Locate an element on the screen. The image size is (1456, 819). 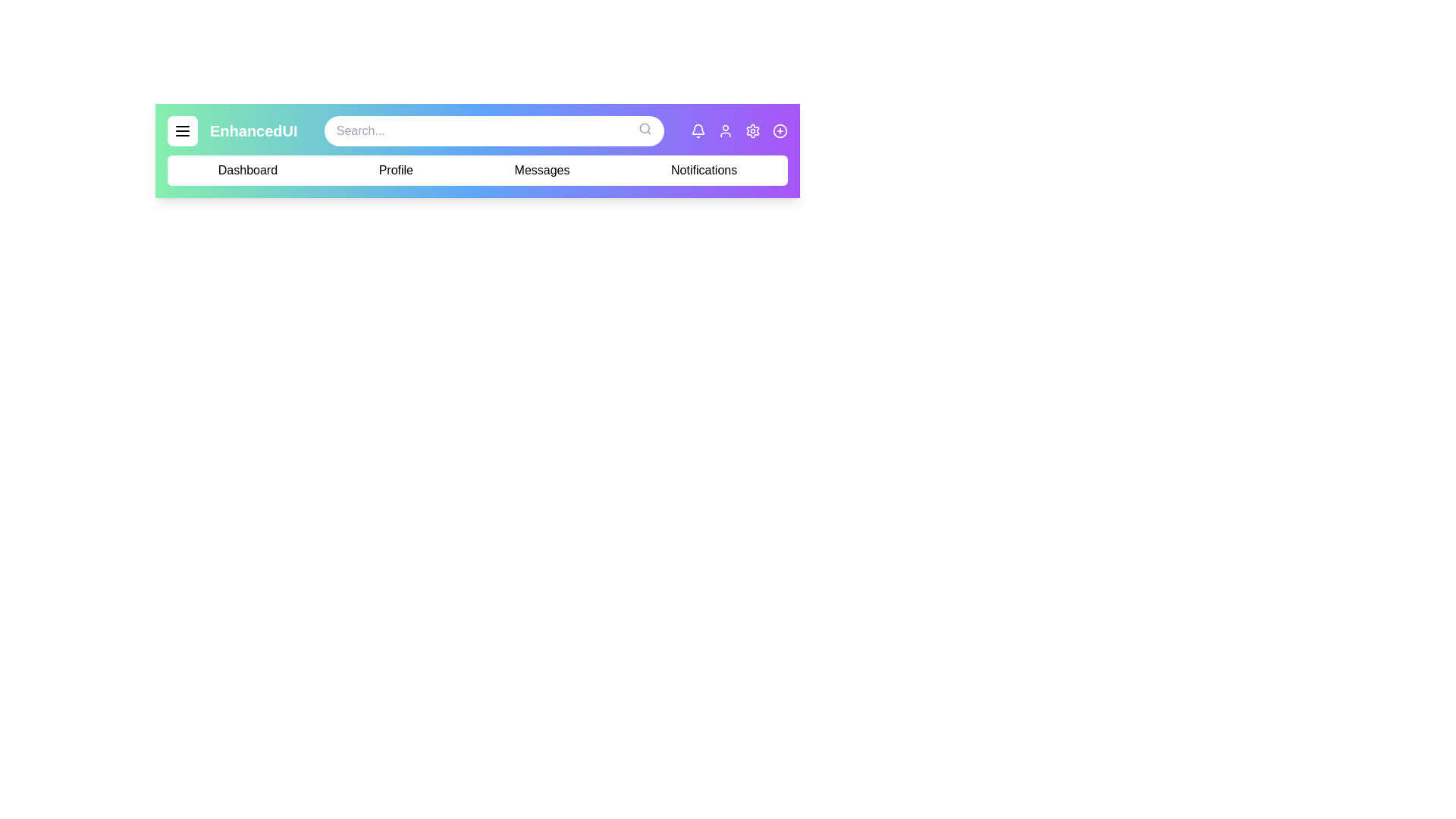
the menu item Dashboard from the navigation bar is located at coordinates (247, 170).